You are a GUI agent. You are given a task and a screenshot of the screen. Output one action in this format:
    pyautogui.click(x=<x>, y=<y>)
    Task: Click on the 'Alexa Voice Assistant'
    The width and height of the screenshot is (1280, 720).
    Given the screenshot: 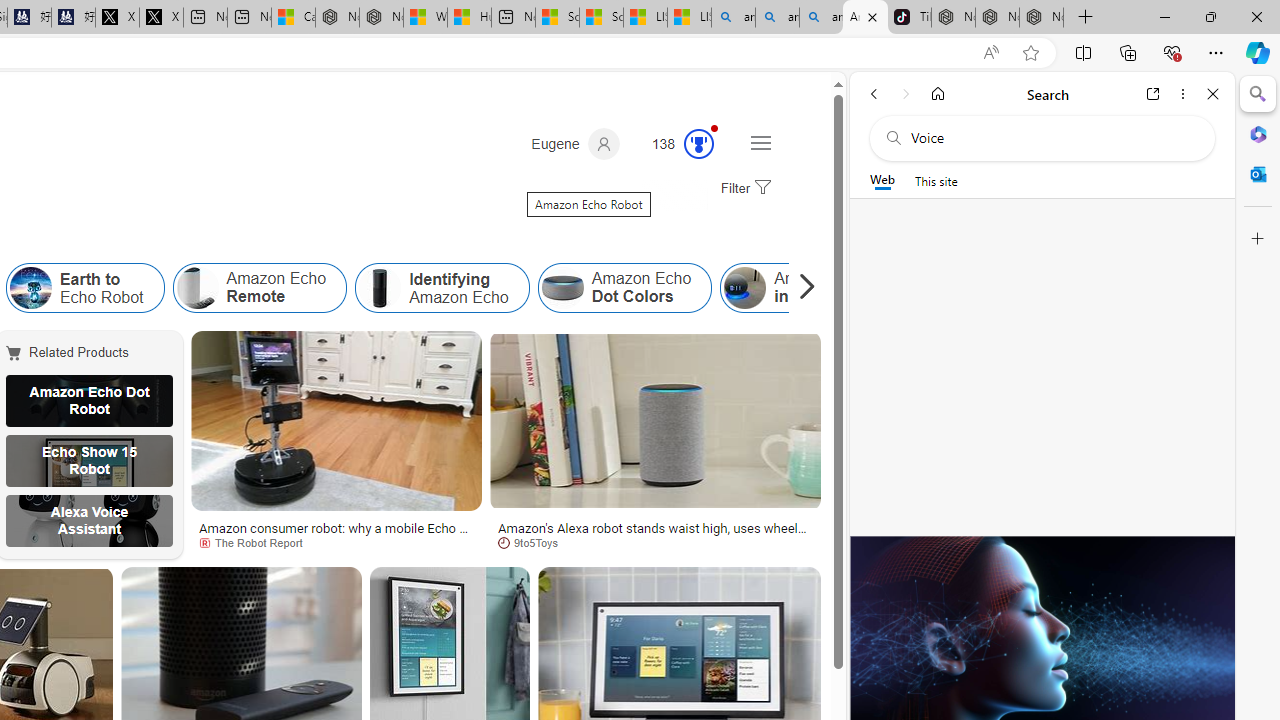 What is the action you would take?
    pyautogui.click(x=88, y=520)
    